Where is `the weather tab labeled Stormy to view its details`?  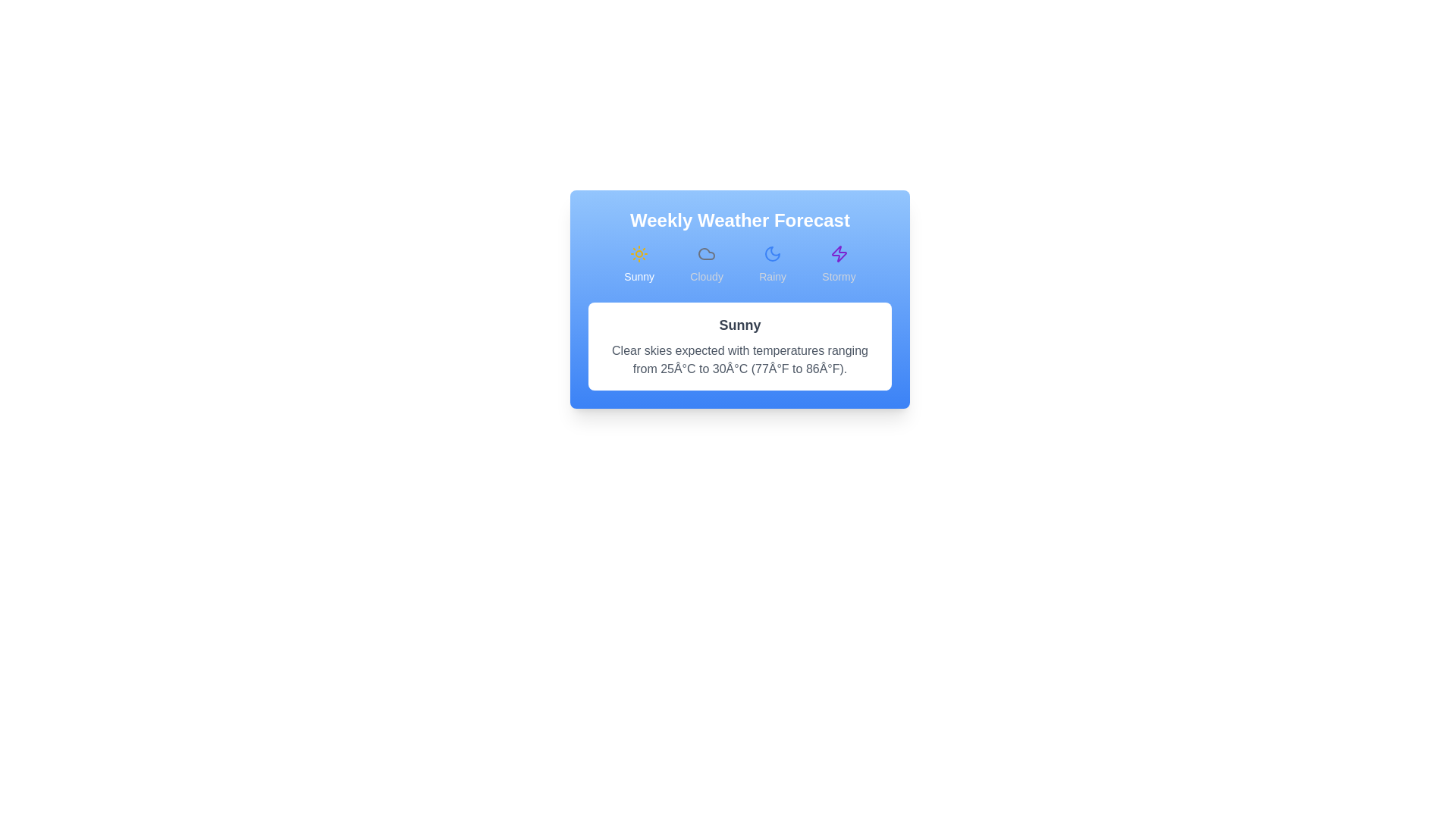 the weather tab labeled Stormy to view its details is located at coordinates (837, 263).